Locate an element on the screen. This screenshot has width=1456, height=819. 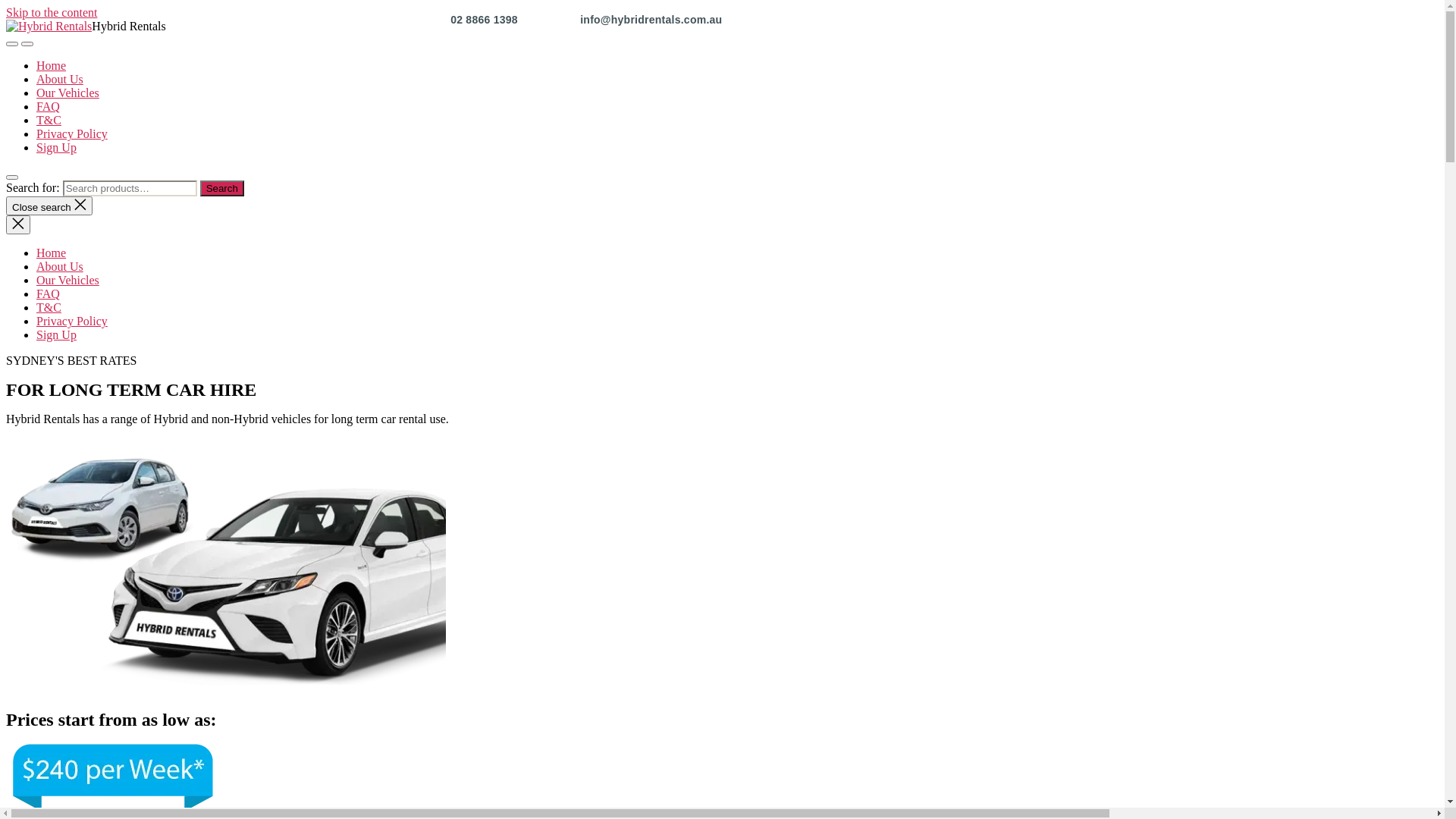
'Sign Up' is located at coordinates (56, 147).